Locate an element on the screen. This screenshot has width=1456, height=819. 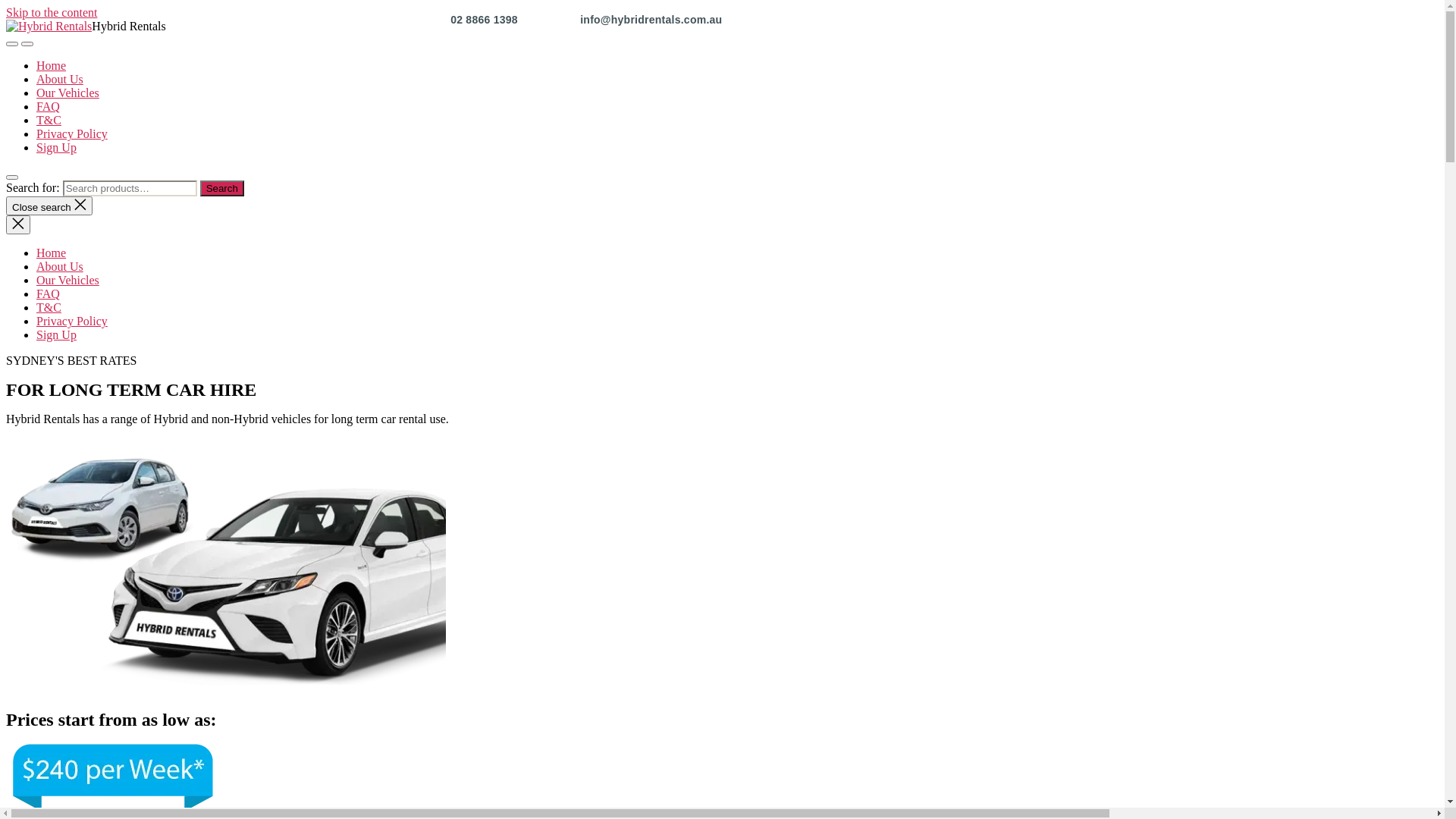
'Sign Up' is located at coordinates (56, 147).